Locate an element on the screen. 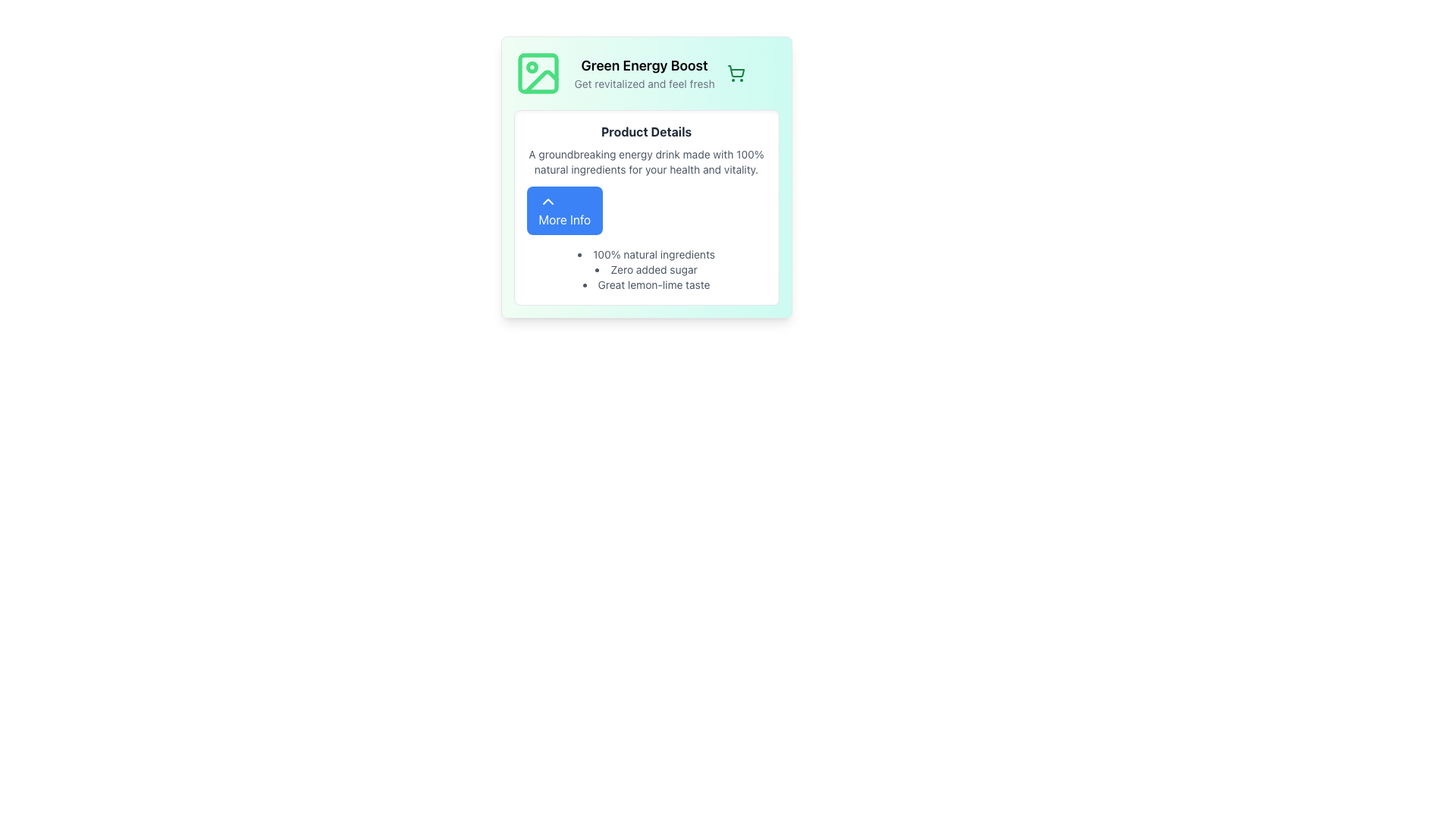 The width and height of the screenshot is (1456, 819). the icon representing 'Green Energy Boost', located at the top-left corner of the card adjacent to the title and subtitle text is located at coordinates (538, 73).